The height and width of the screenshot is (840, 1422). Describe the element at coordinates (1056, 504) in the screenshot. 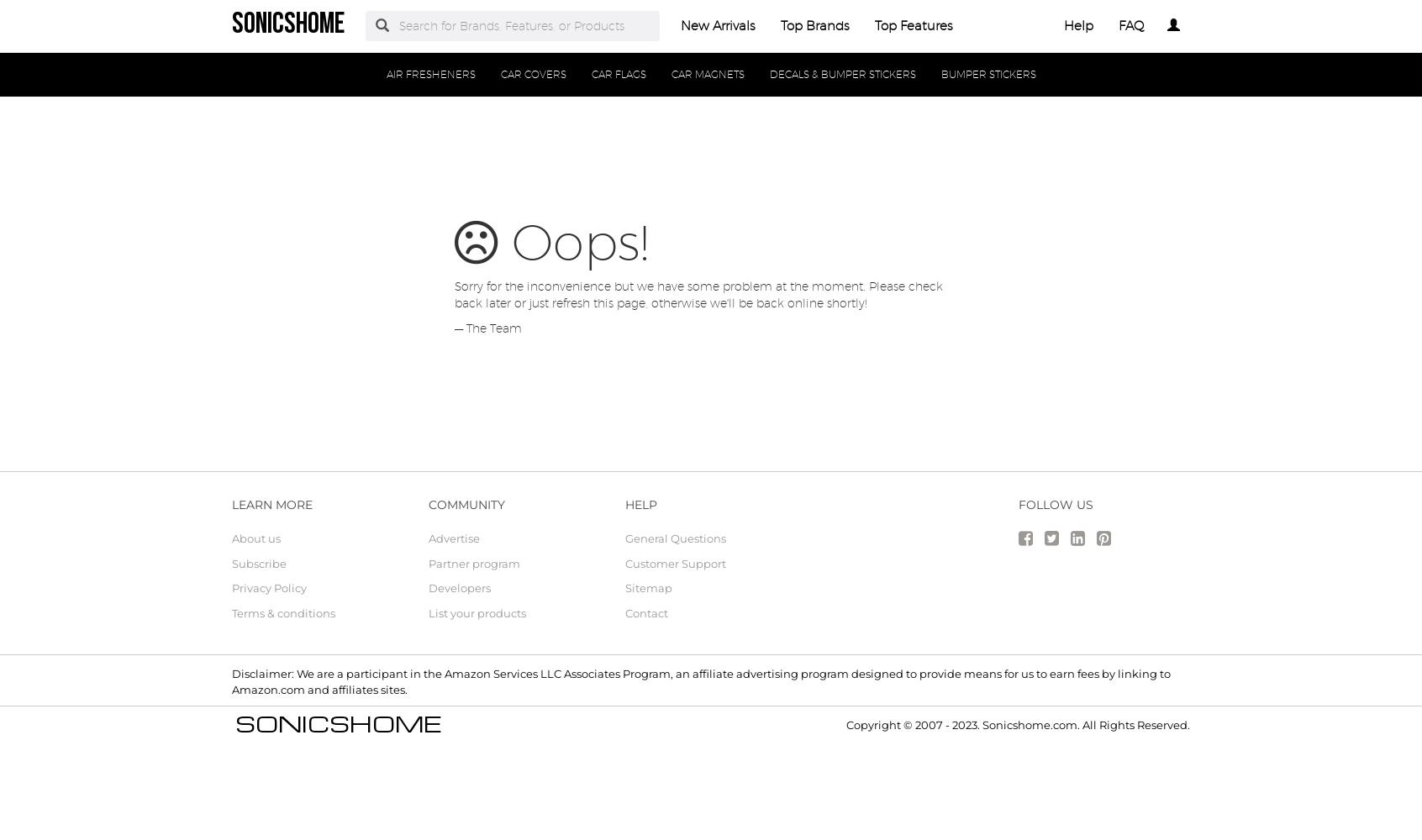

I see `'Follow us'` at that location.